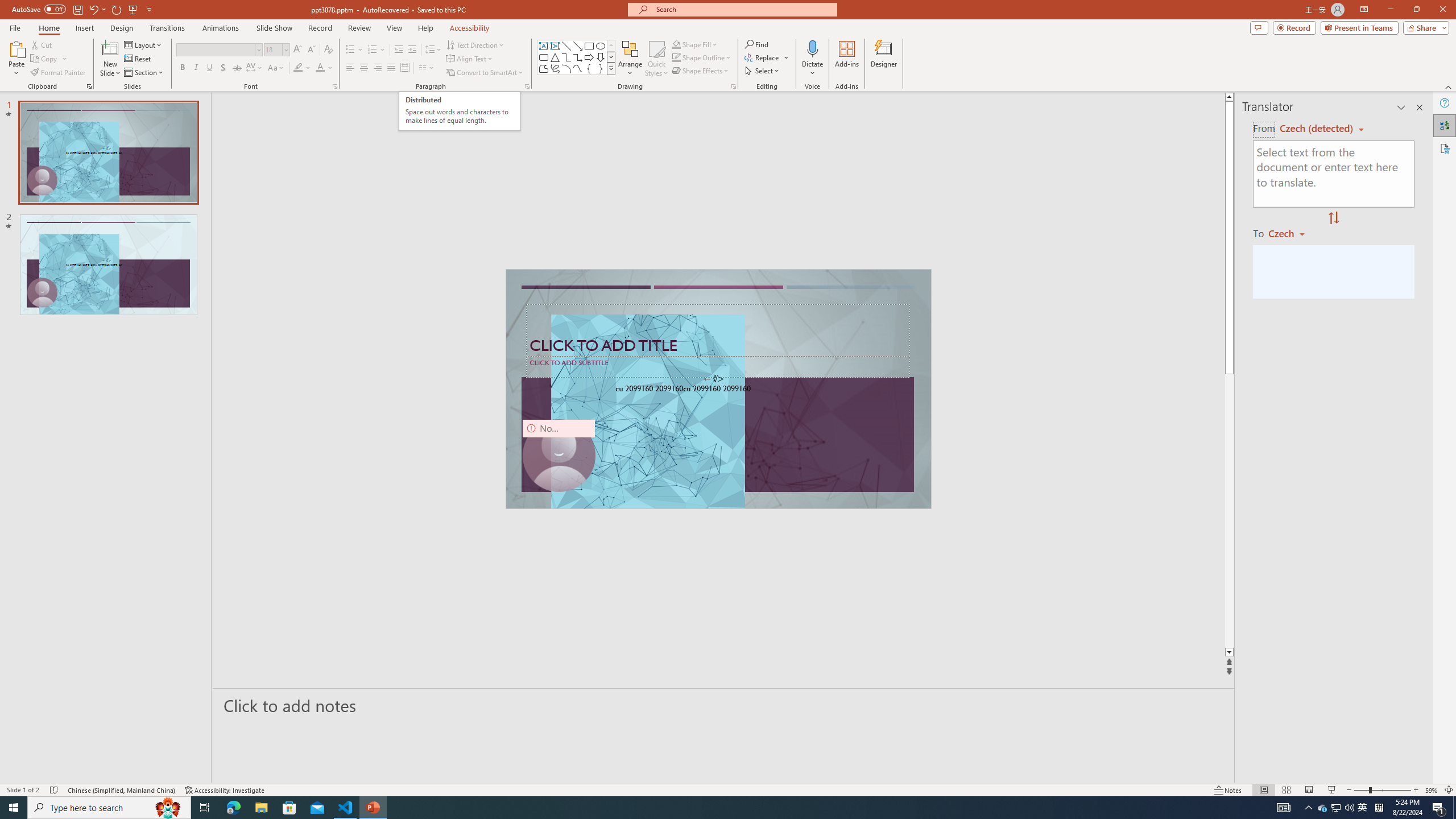 The image size is (1456, 819). What do you see at coordinates (676, 56) in the screenshot?
I see `'Shape Outline Green, Accent 1'` at bounding box center [676, 56].